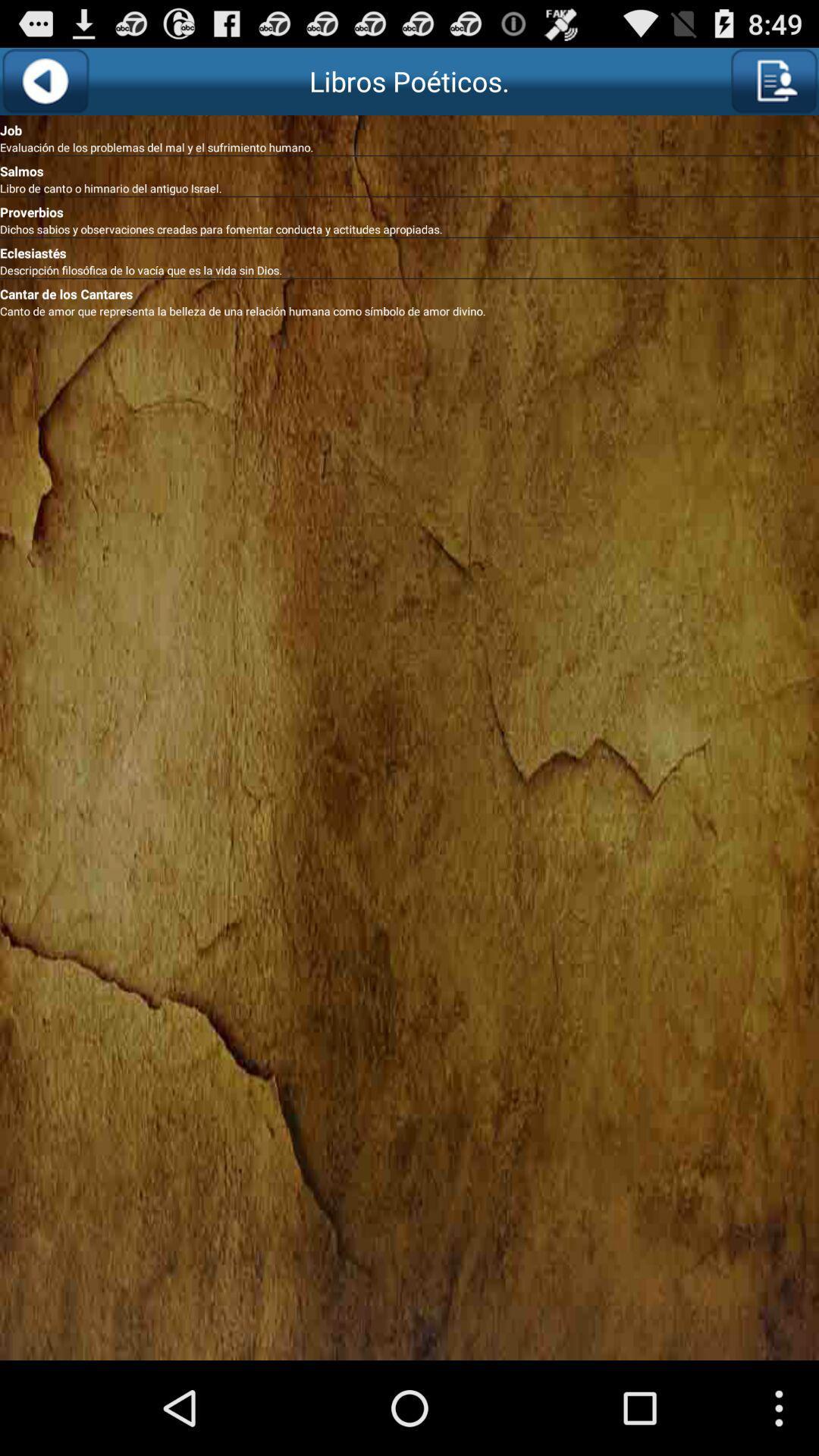 The height and width of the screenshot is (1456, 819). Describe the element at coordinates (409, 228) in the screenshot. I see `dichos sabios y app` at that location.